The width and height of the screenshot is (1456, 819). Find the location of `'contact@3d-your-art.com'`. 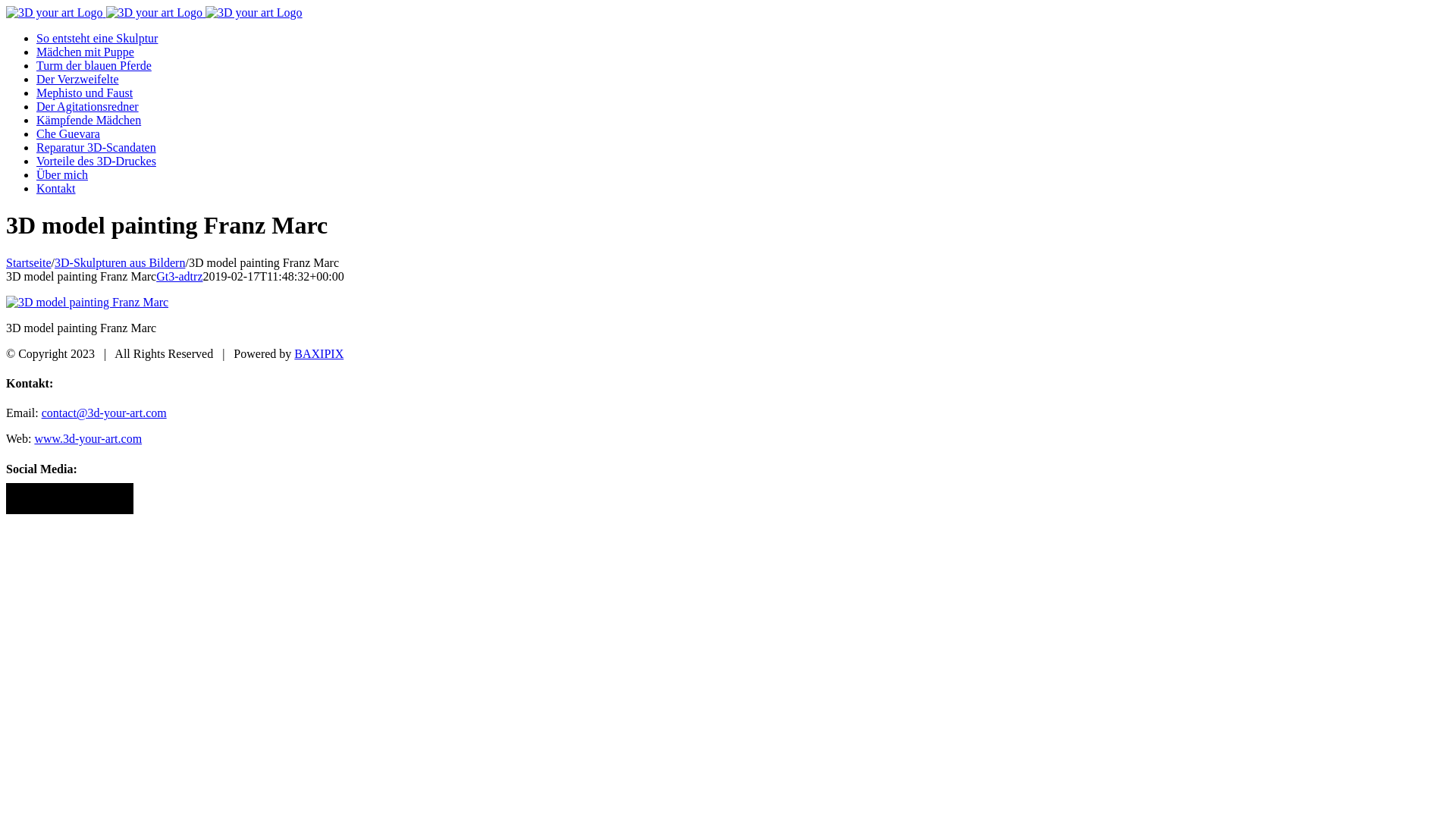

'contact@3d-your-art.com' is located at coordinates (103, 413).